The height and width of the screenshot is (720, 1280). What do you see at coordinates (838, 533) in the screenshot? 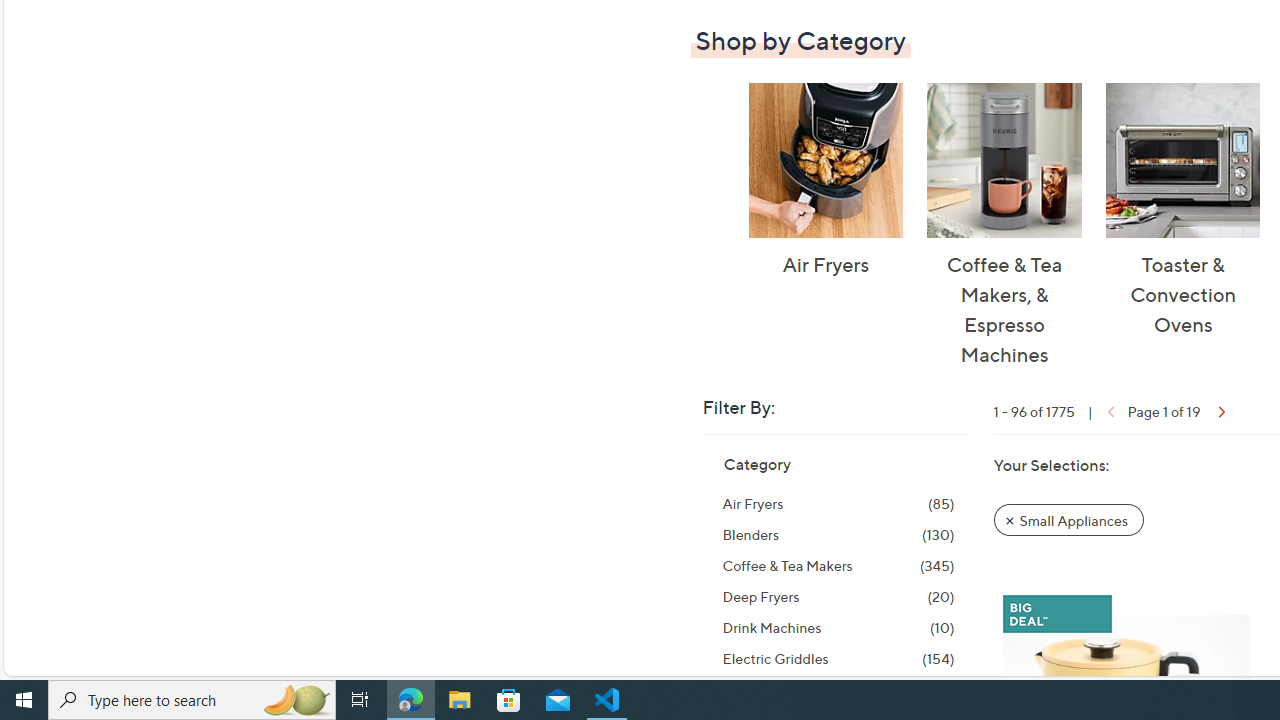
I see `'Blenders, 130 items'` at bounding box center [838, 533].